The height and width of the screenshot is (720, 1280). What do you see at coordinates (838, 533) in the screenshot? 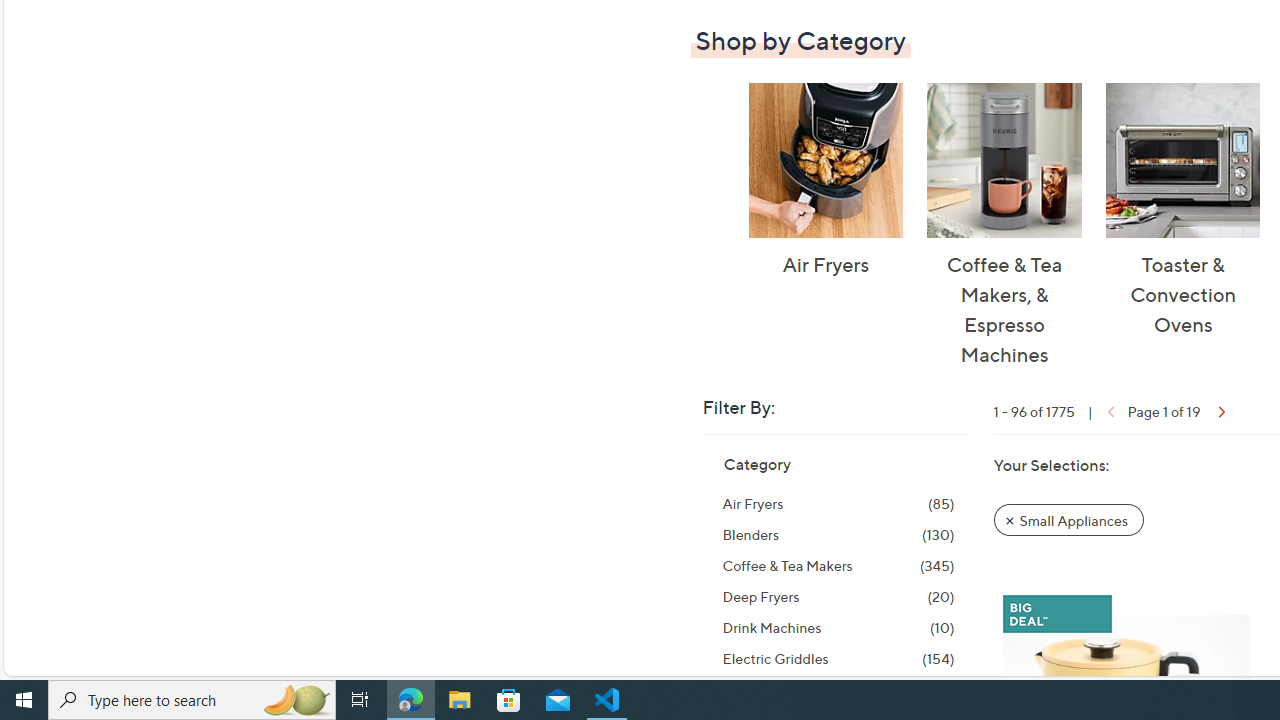
I see `'Blenders, 130 items'` at bounding box center [838, 533].